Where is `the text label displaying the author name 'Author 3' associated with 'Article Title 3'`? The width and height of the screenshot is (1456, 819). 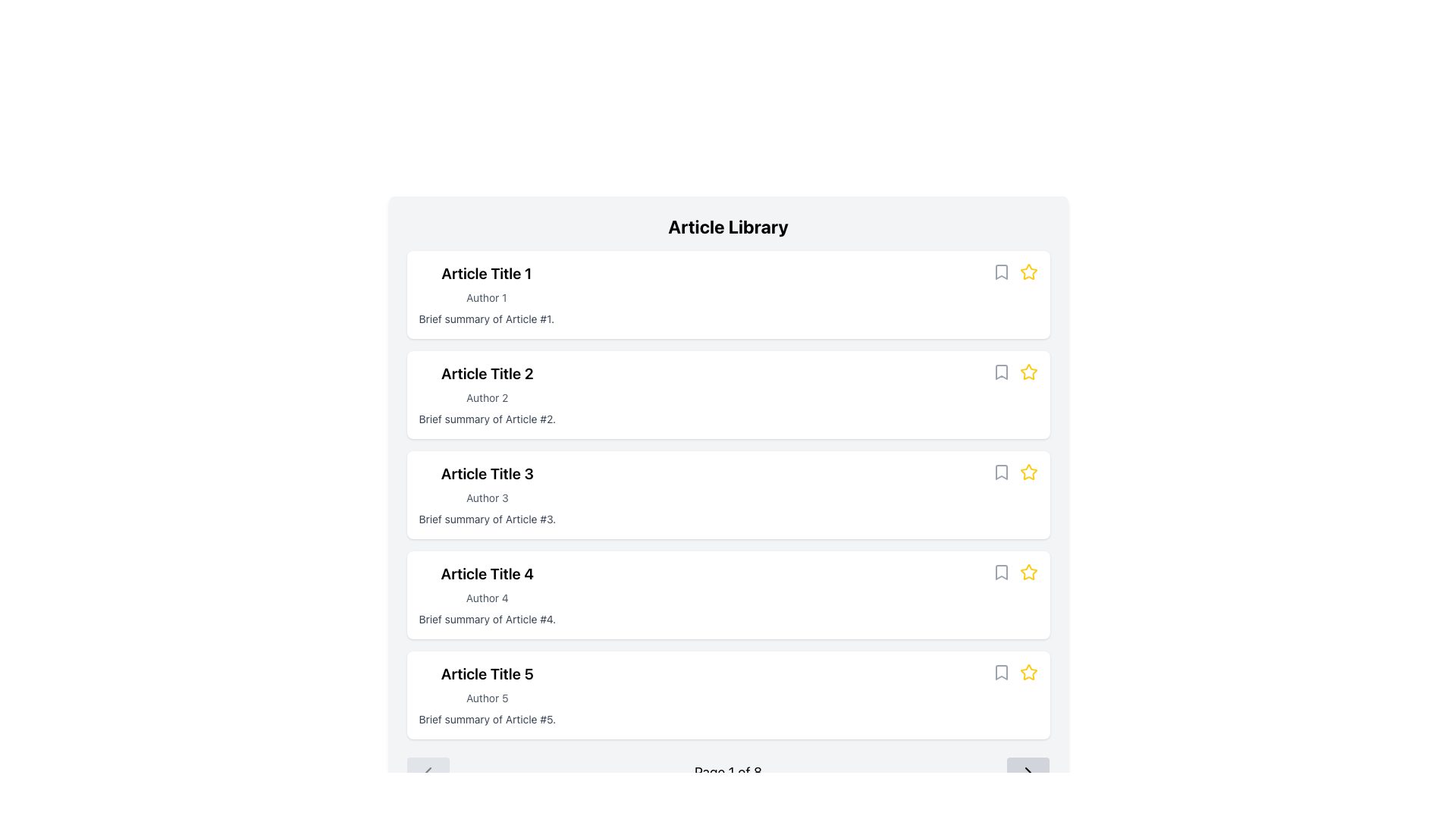 the text label displaying the author name 'Author 3' associated with 'Article Title 3' is located at coordinates (487, 497).